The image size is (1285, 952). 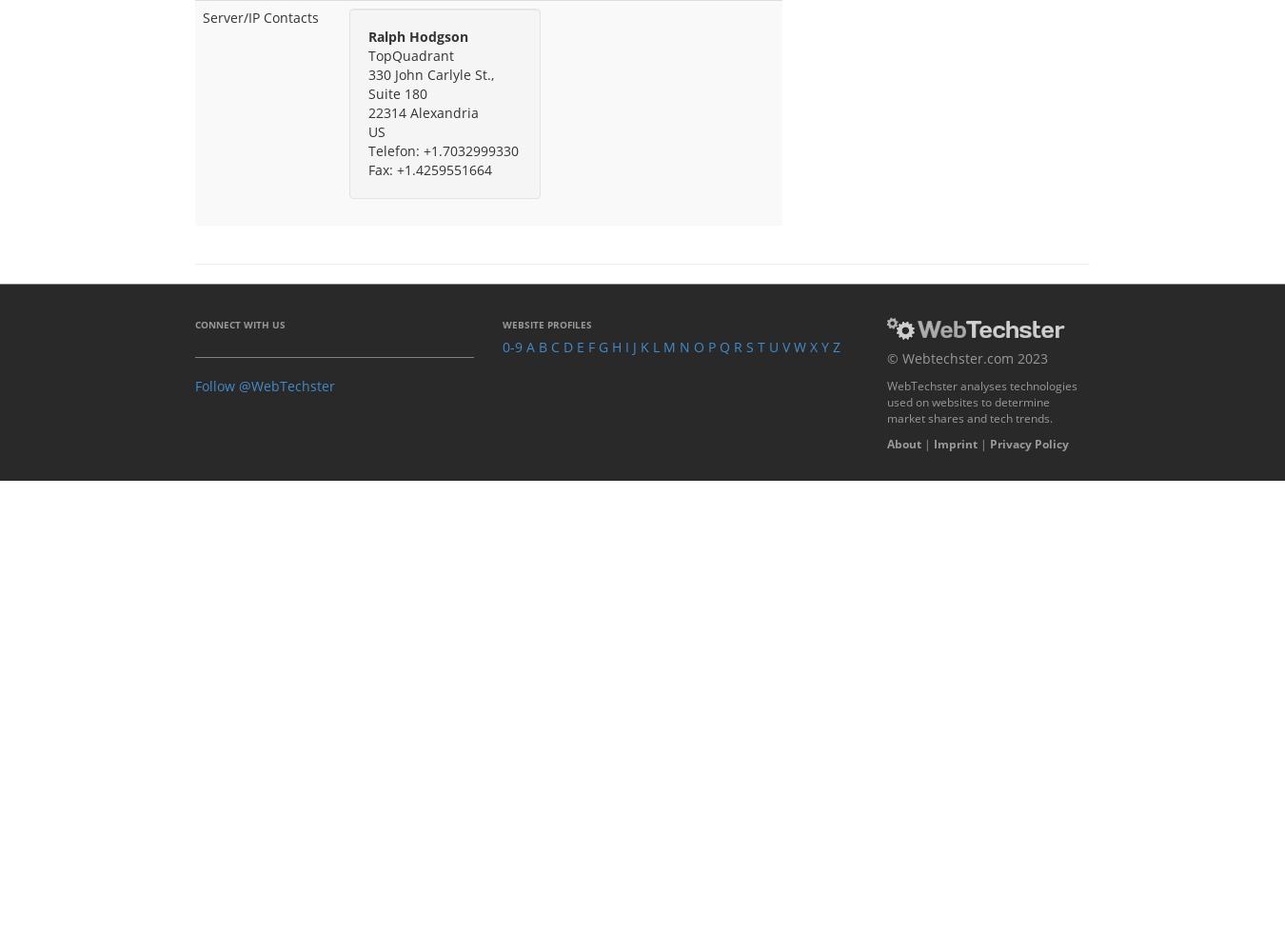 I want to click on 'Server/IP Contacts', so click(x=260, y=16).